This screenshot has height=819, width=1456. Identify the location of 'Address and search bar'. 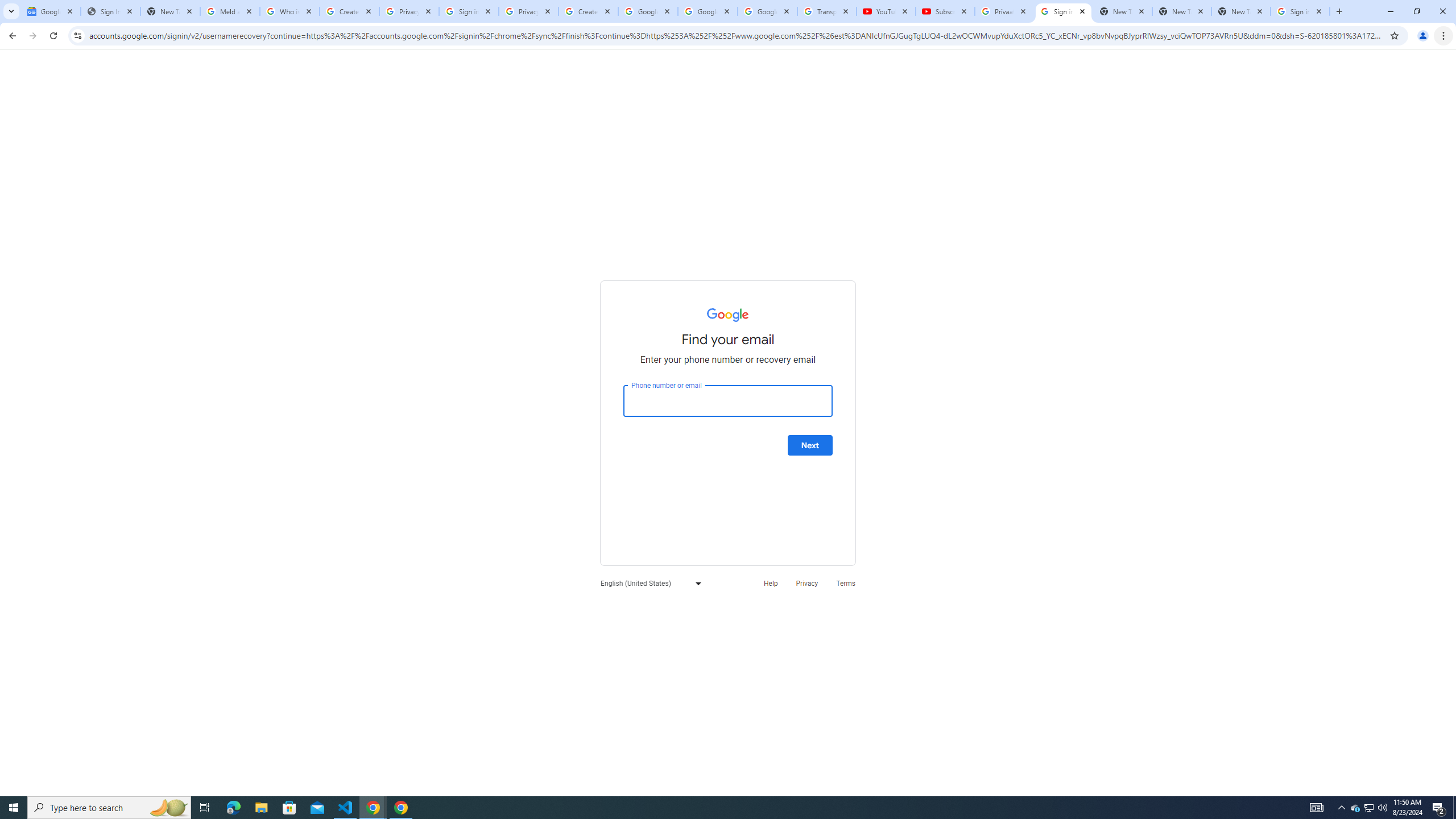
(735, 35).